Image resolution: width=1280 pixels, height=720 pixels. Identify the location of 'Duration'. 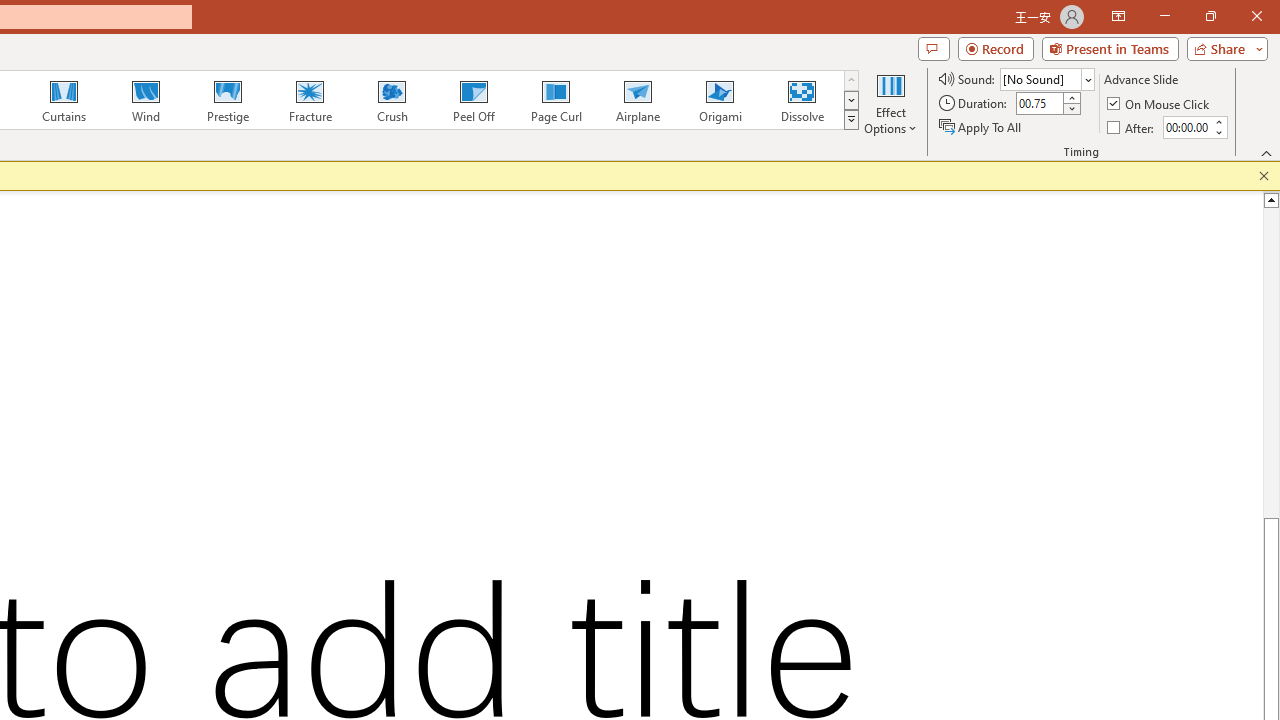
(1040, 103).